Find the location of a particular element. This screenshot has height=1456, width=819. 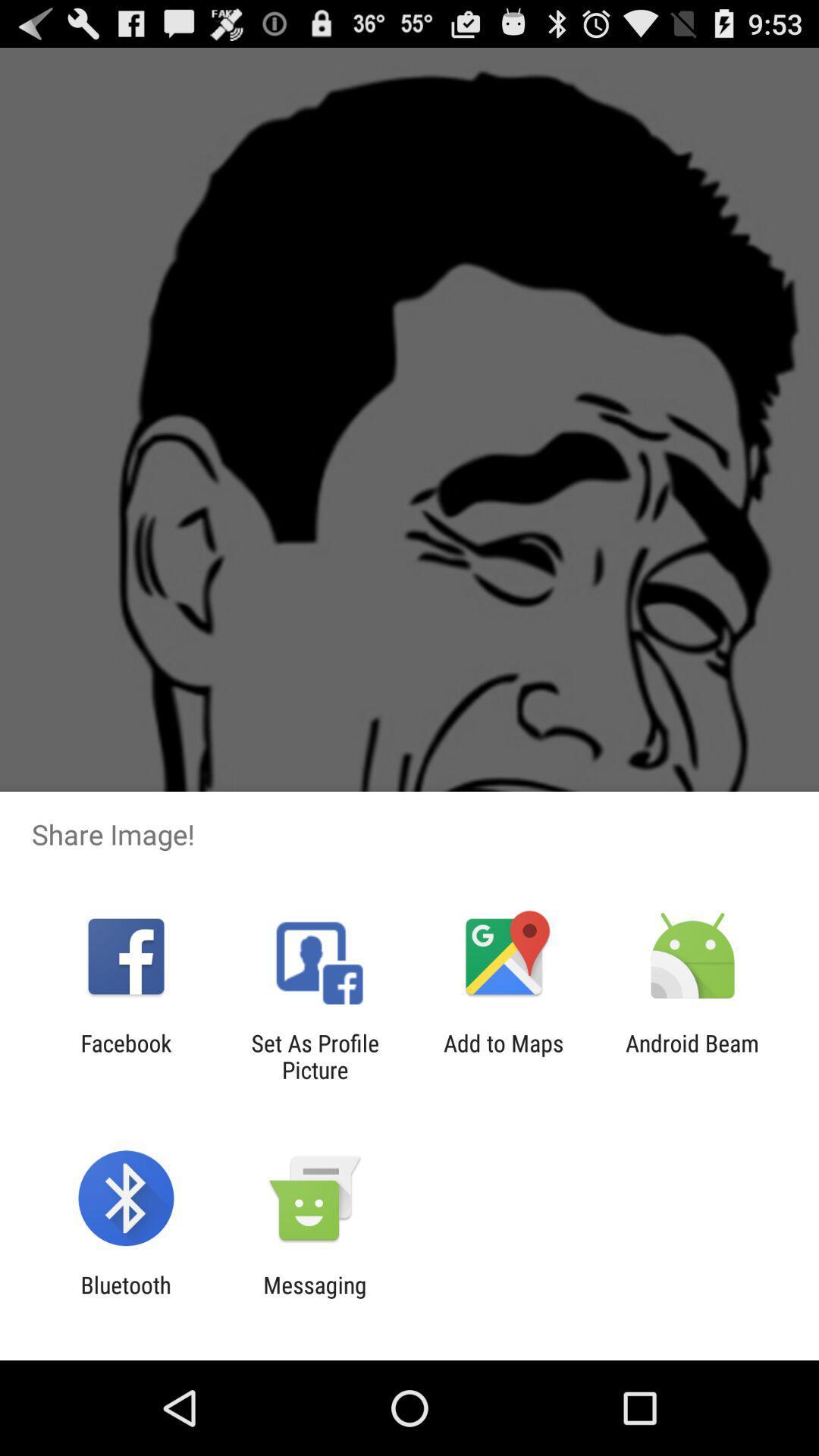

icon next to bluetooth item is located at coordinates (314, 1298).